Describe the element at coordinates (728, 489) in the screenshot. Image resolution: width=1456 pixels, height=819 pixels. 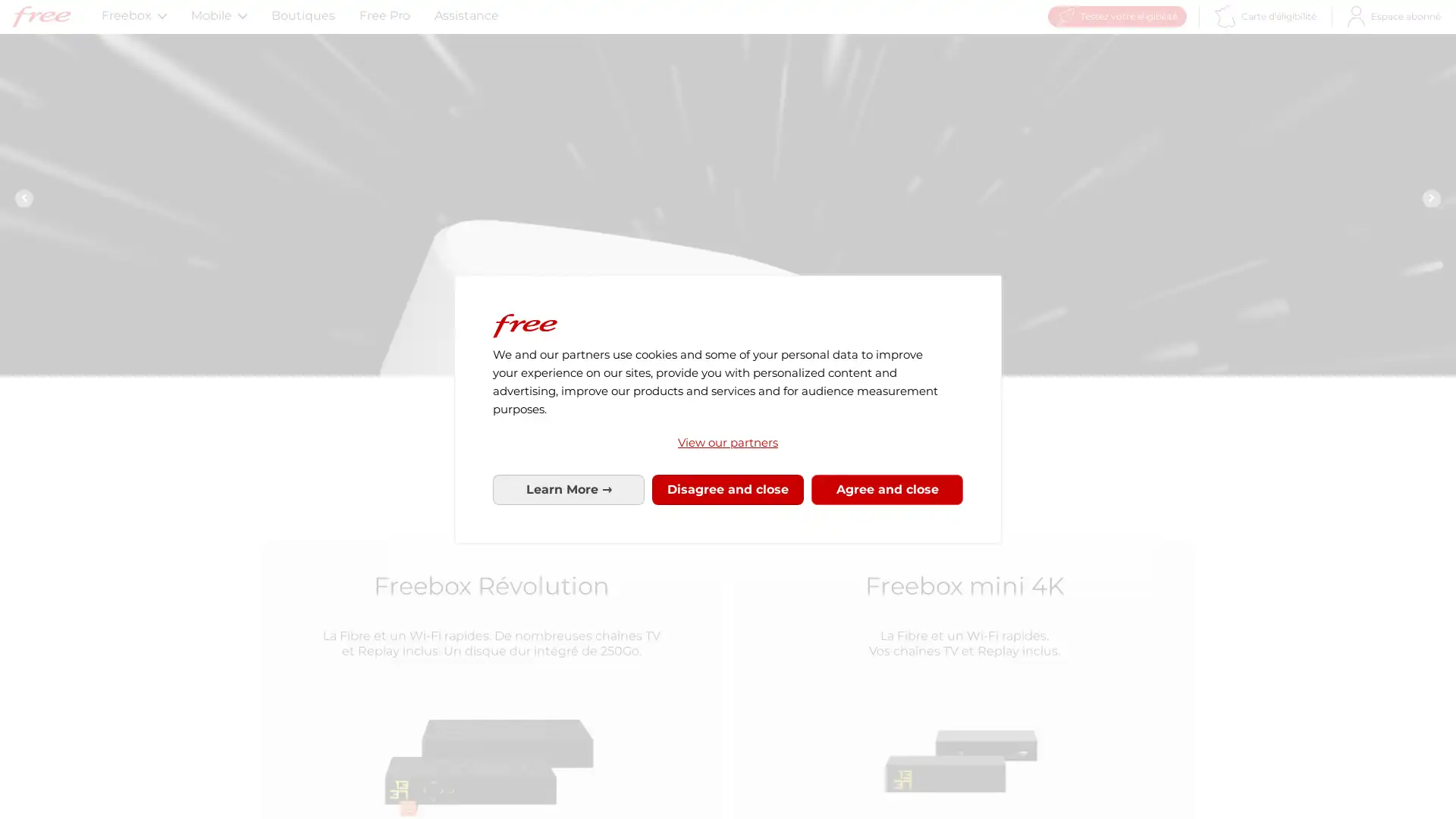
I see `Disagree to our data processing and close` at that location.